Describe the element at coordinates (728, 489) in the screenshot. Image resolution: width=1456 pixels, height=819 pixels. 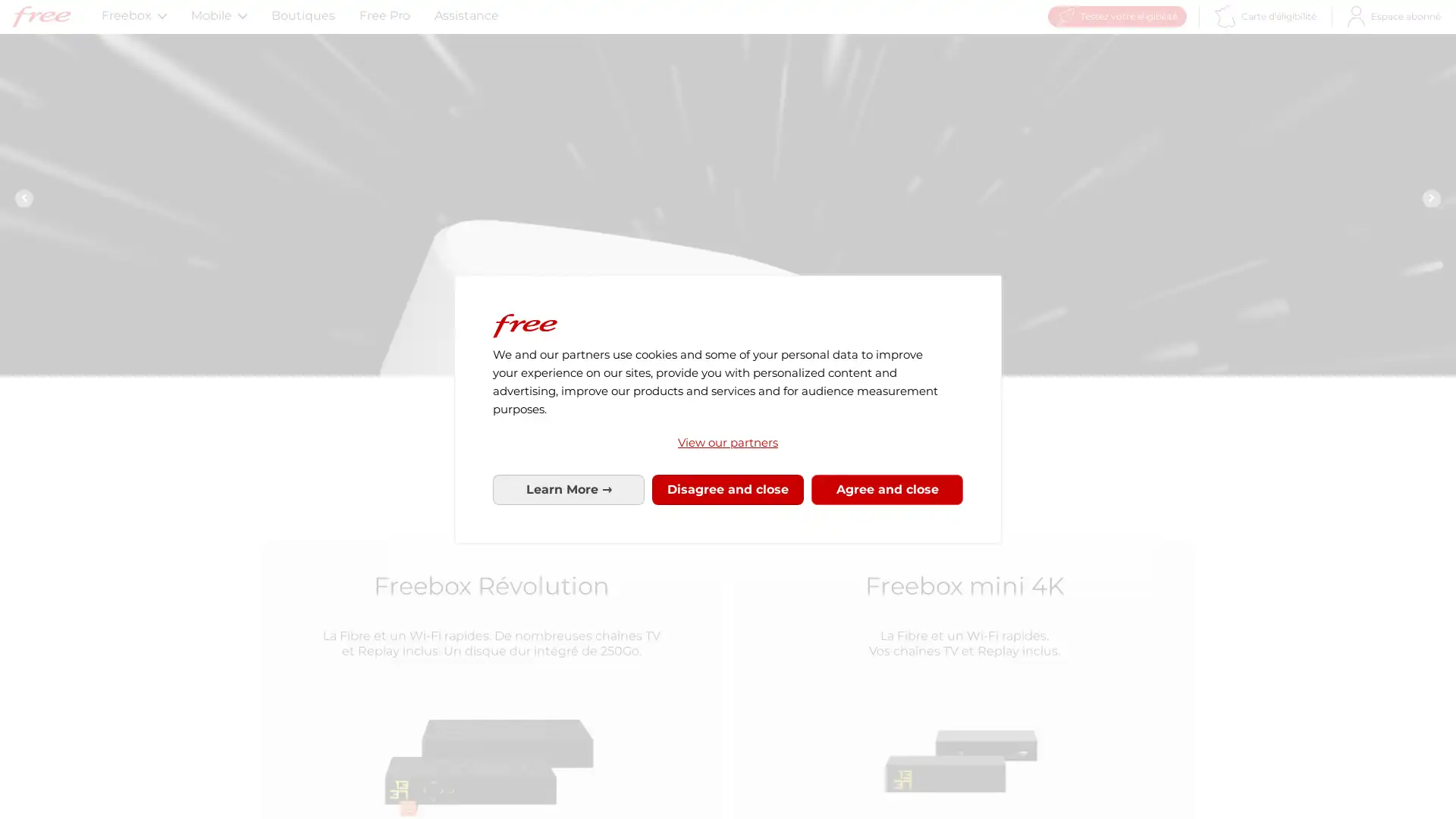
I see `Disagree to our data processing and close` at that location.